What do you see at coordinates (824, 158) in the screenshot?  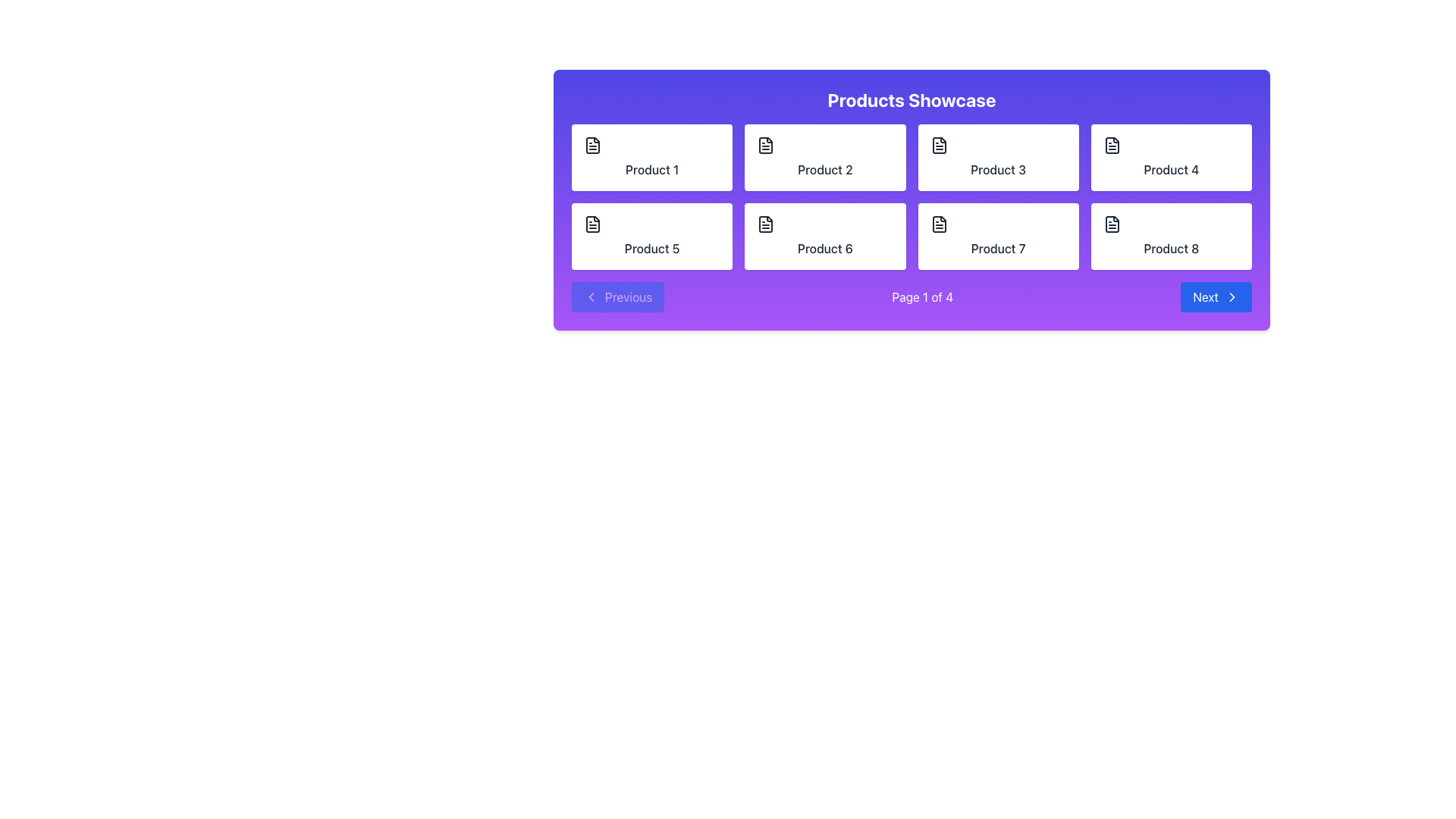 I see `the Display Card element that shows 'Product 2' with a file document icon, located in the first row, second column of the Products Showcase section` at bounding box center [824, 158].